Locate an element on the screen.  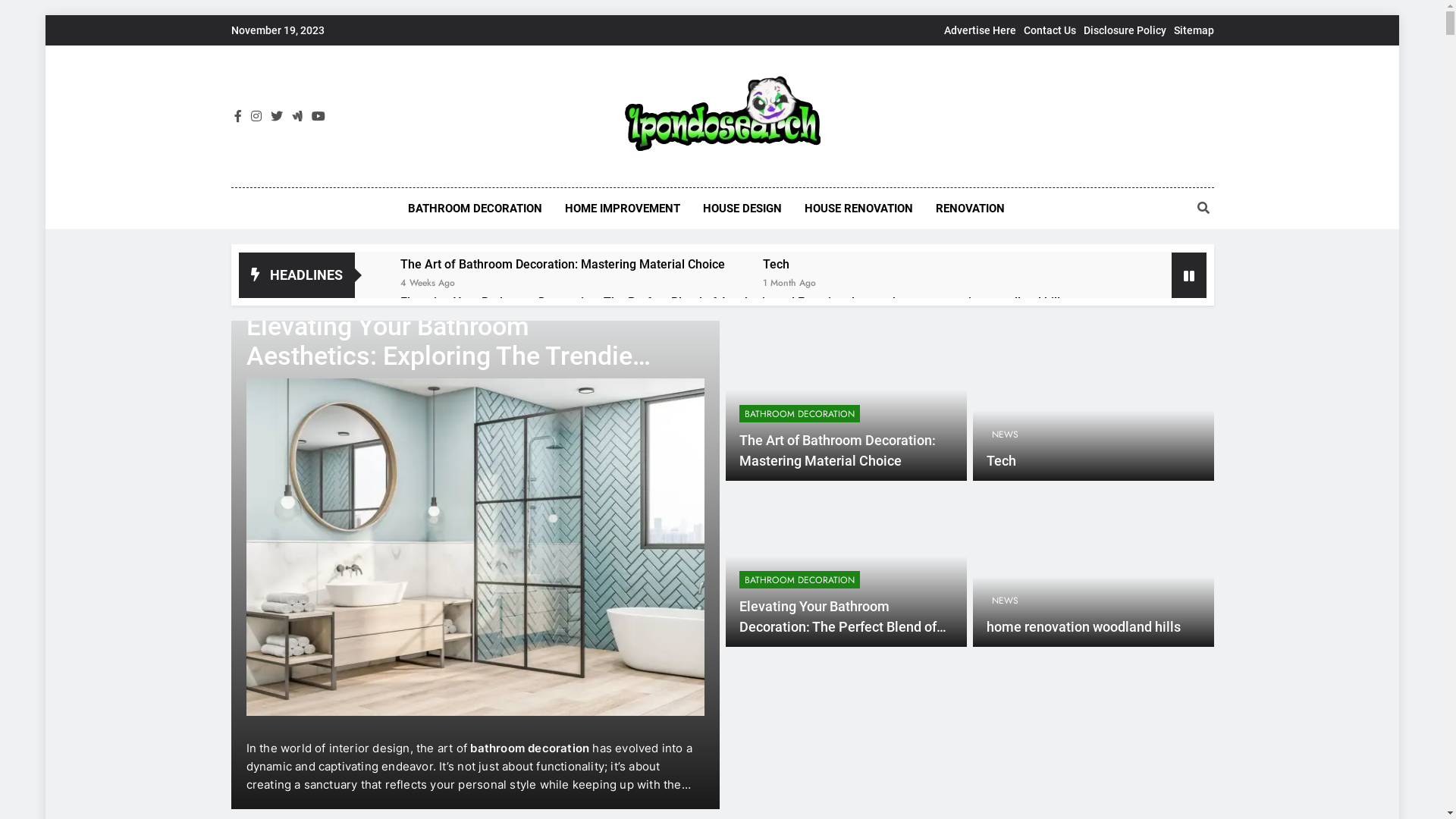
'Tech' is located at coordinates (763, 263).